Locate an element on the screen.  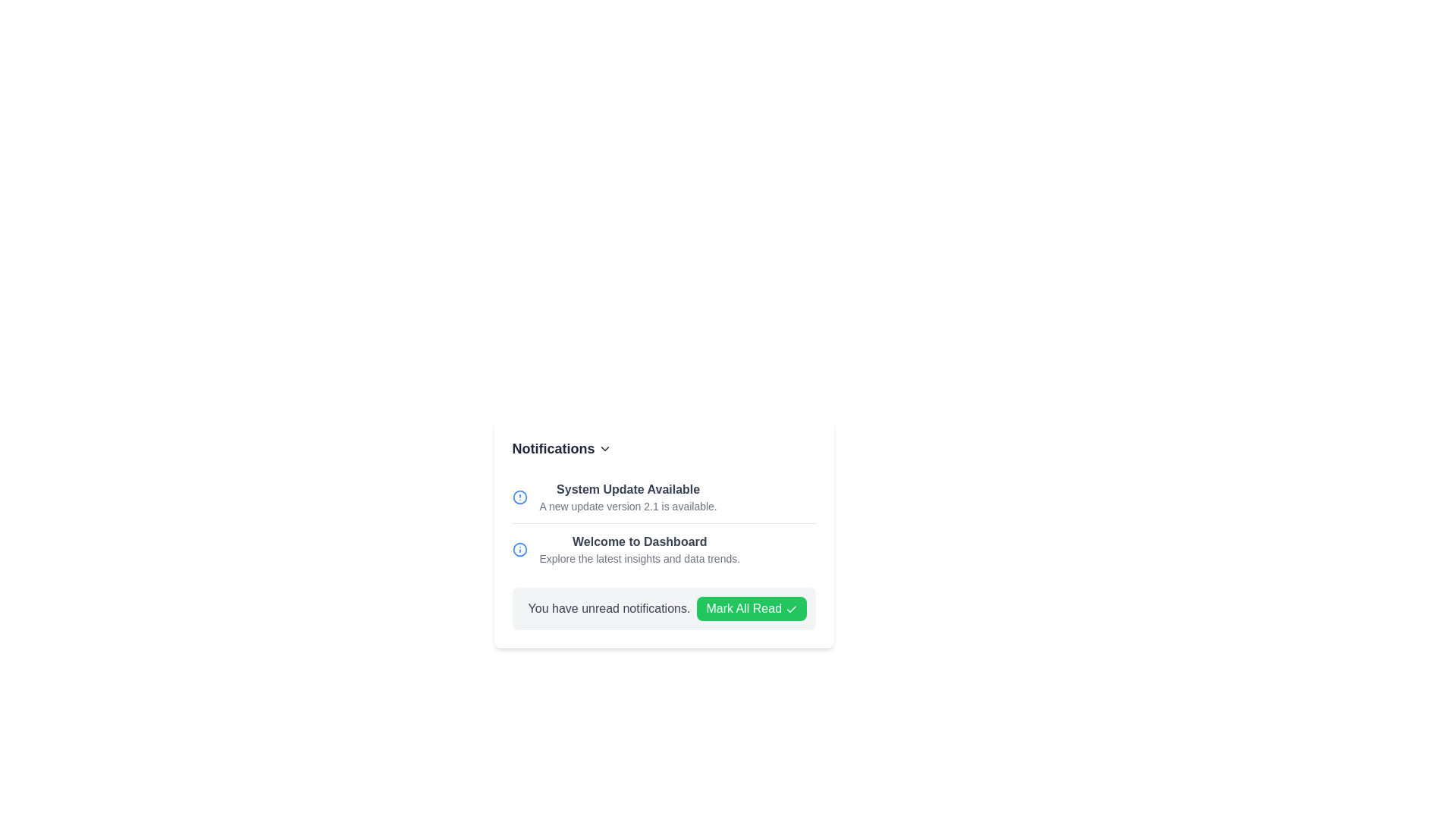
the text label that displays 'System Update Available', which is styled in bold dark gray and positioned at the top of the notification card is located at coordinates (628, 489).